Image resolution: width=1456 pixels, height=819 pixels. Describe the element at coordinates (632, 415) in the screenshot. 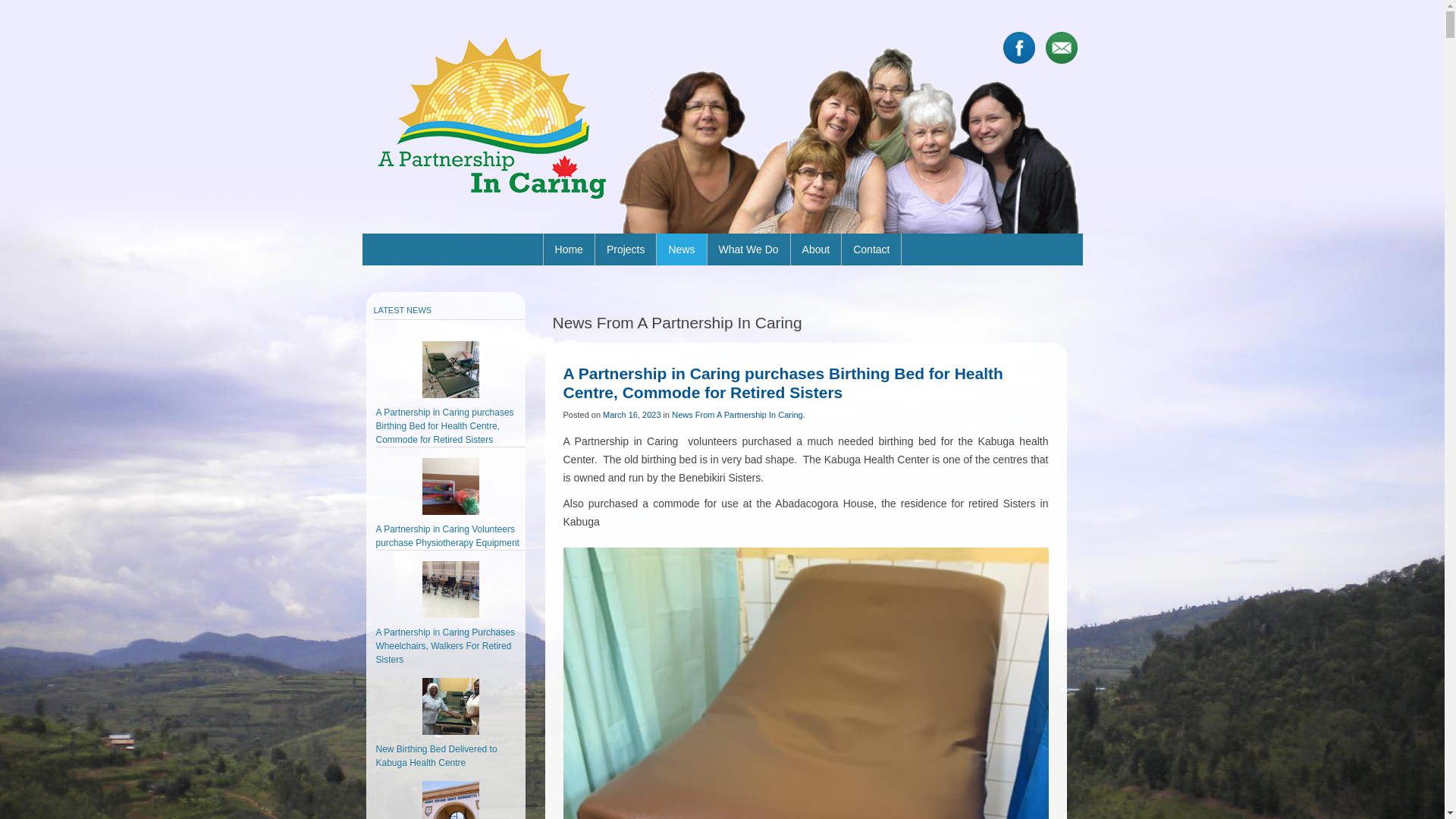

I see `'March 16, 2023'` at that location.